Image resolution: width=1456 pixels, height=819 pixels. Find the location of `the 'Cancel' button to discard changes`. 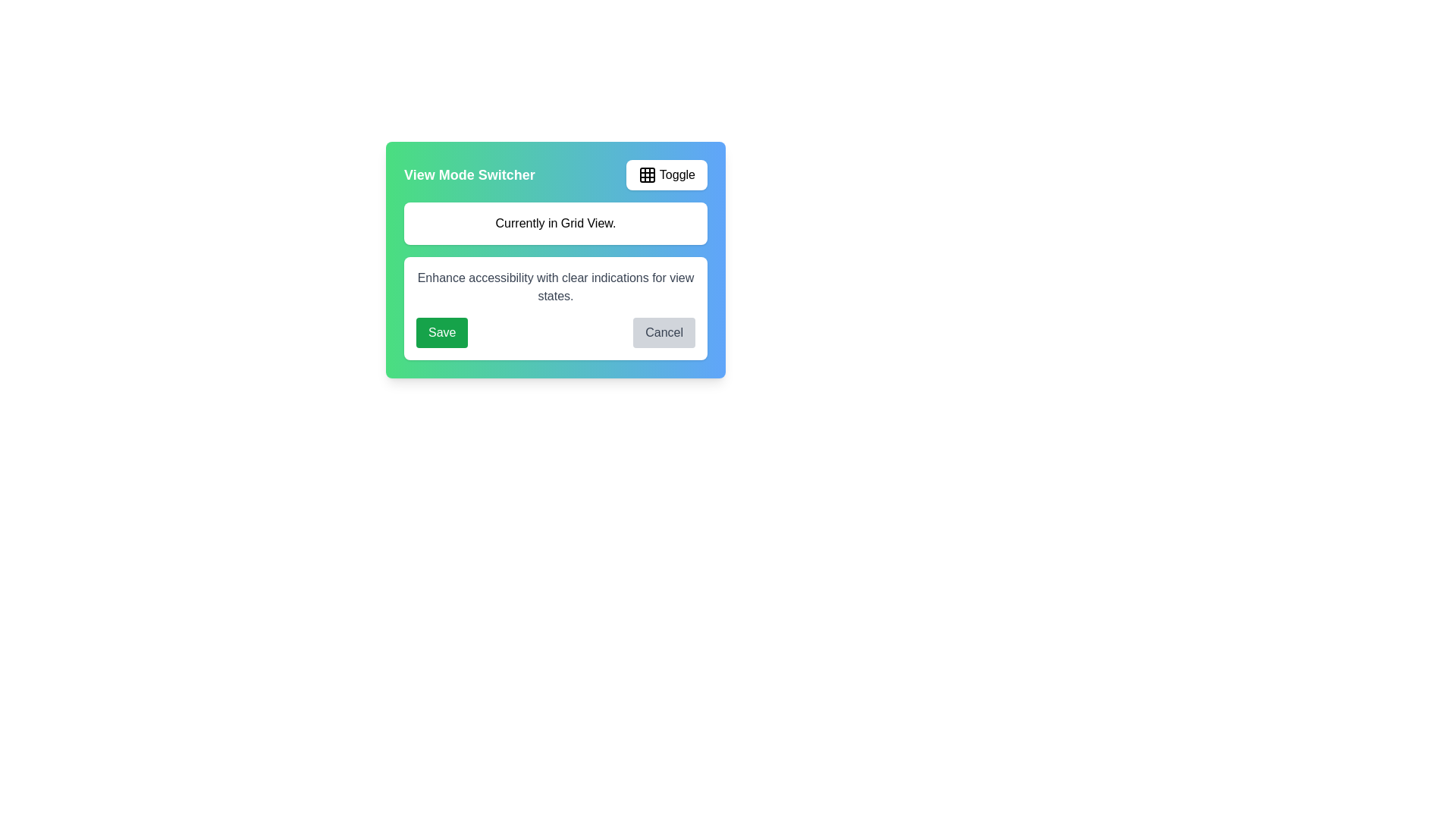

the 'Cancel' button to discard changes is located at coordinates (664, 332).